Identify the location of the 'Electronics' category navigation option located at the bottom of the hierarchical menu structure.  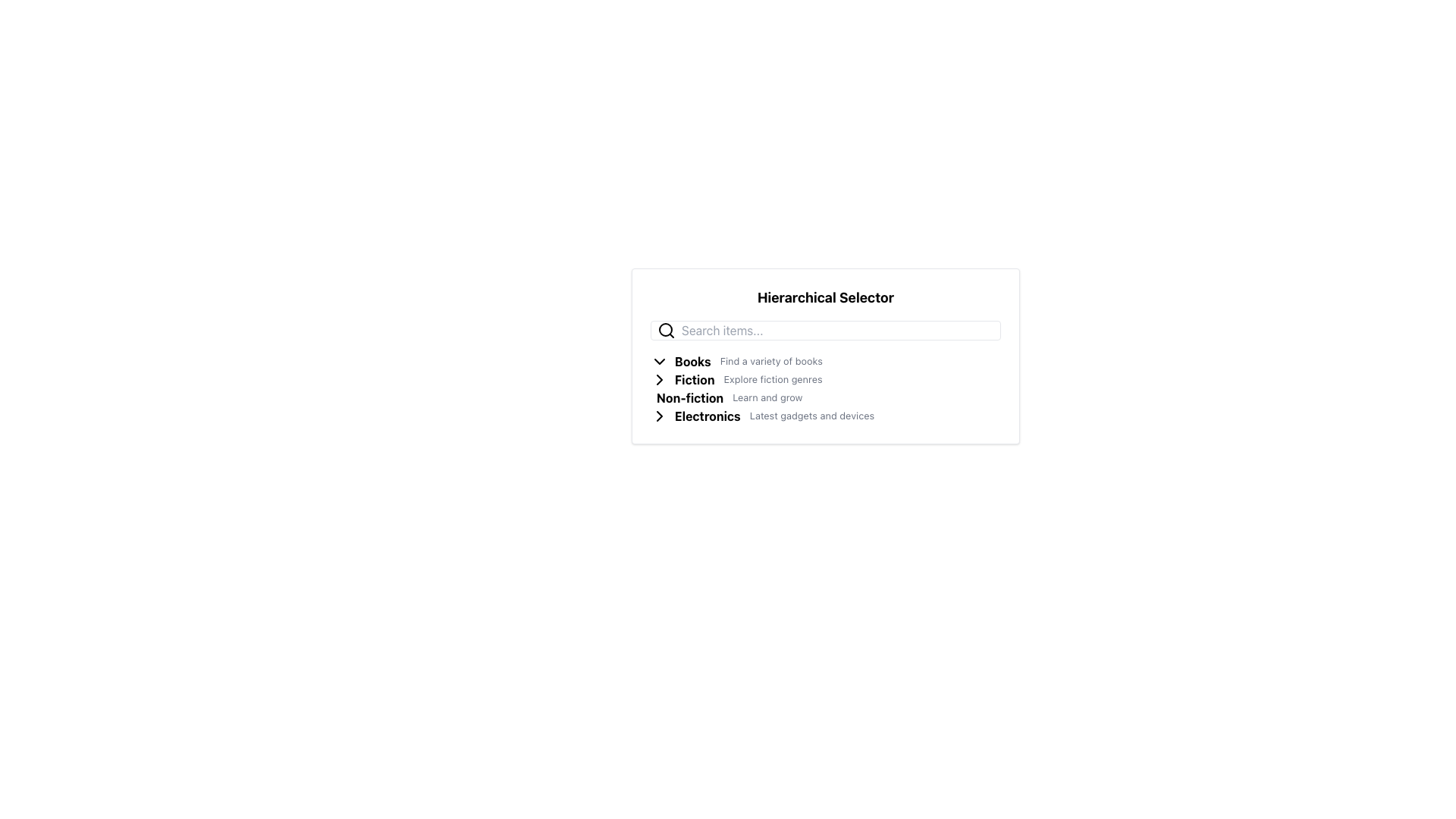
(825, 416).